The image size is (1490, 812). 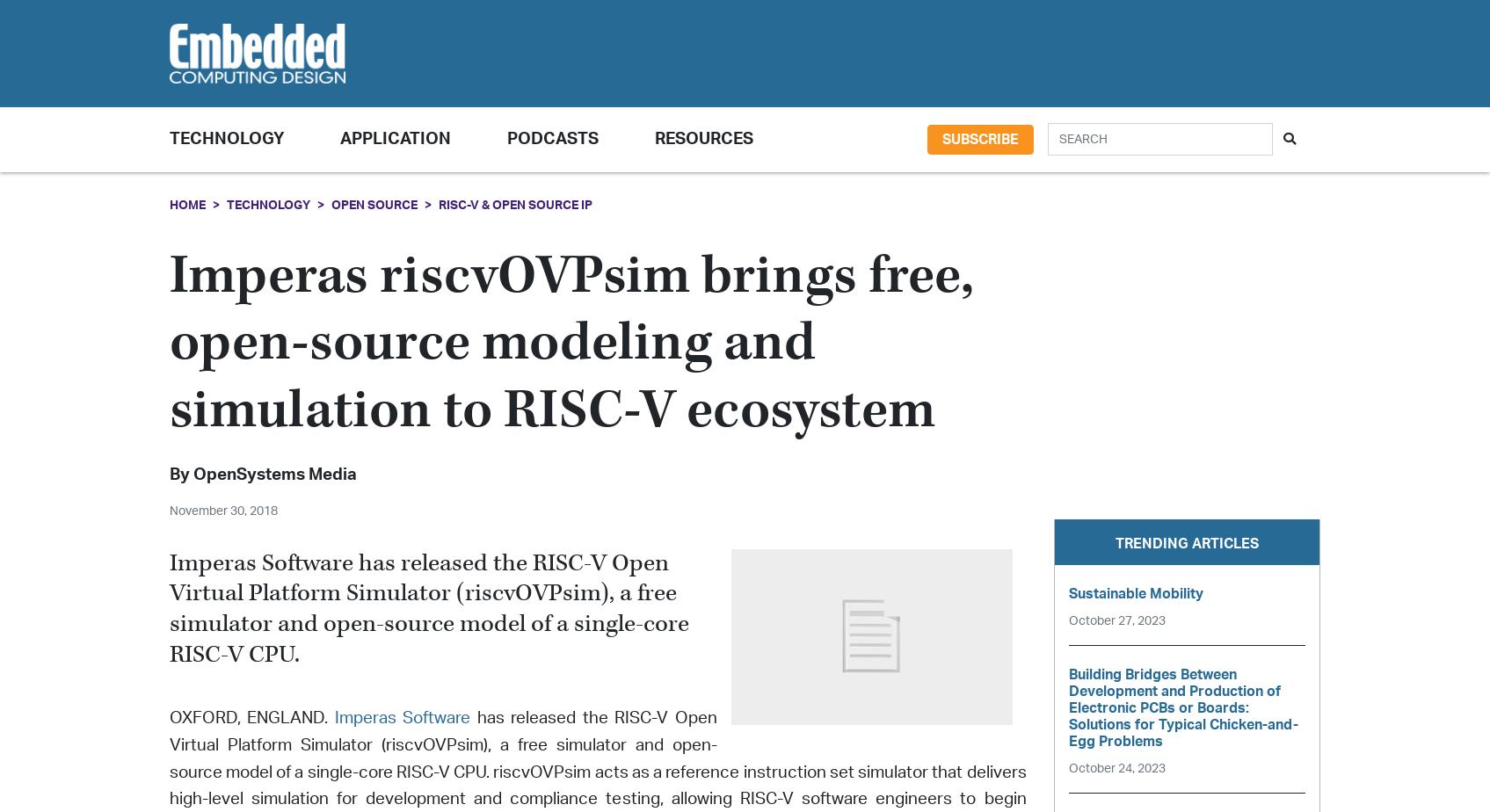 What do you see at coordinates (1116, 767) in the screenshot?
I see `'October 24, 2023'` at bounding box center [1116, 767].